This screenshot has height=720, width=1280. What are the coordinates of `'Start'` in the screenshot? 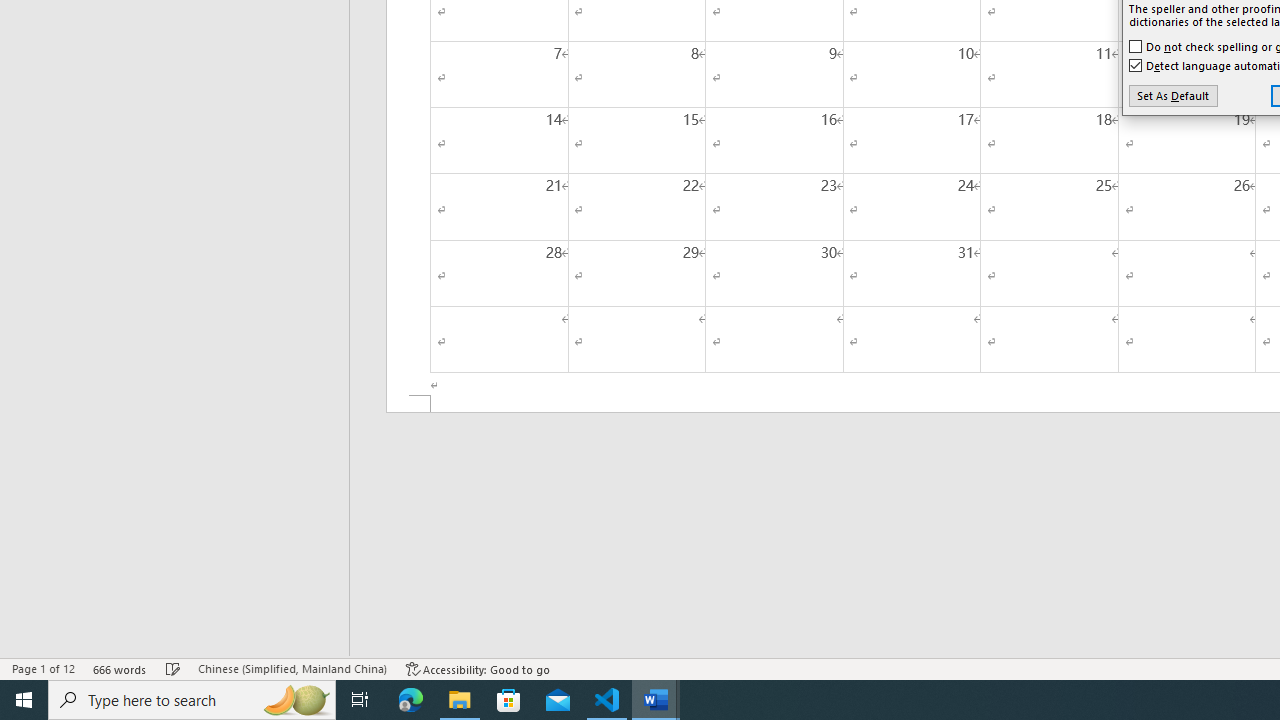 It's located at (24, 698).